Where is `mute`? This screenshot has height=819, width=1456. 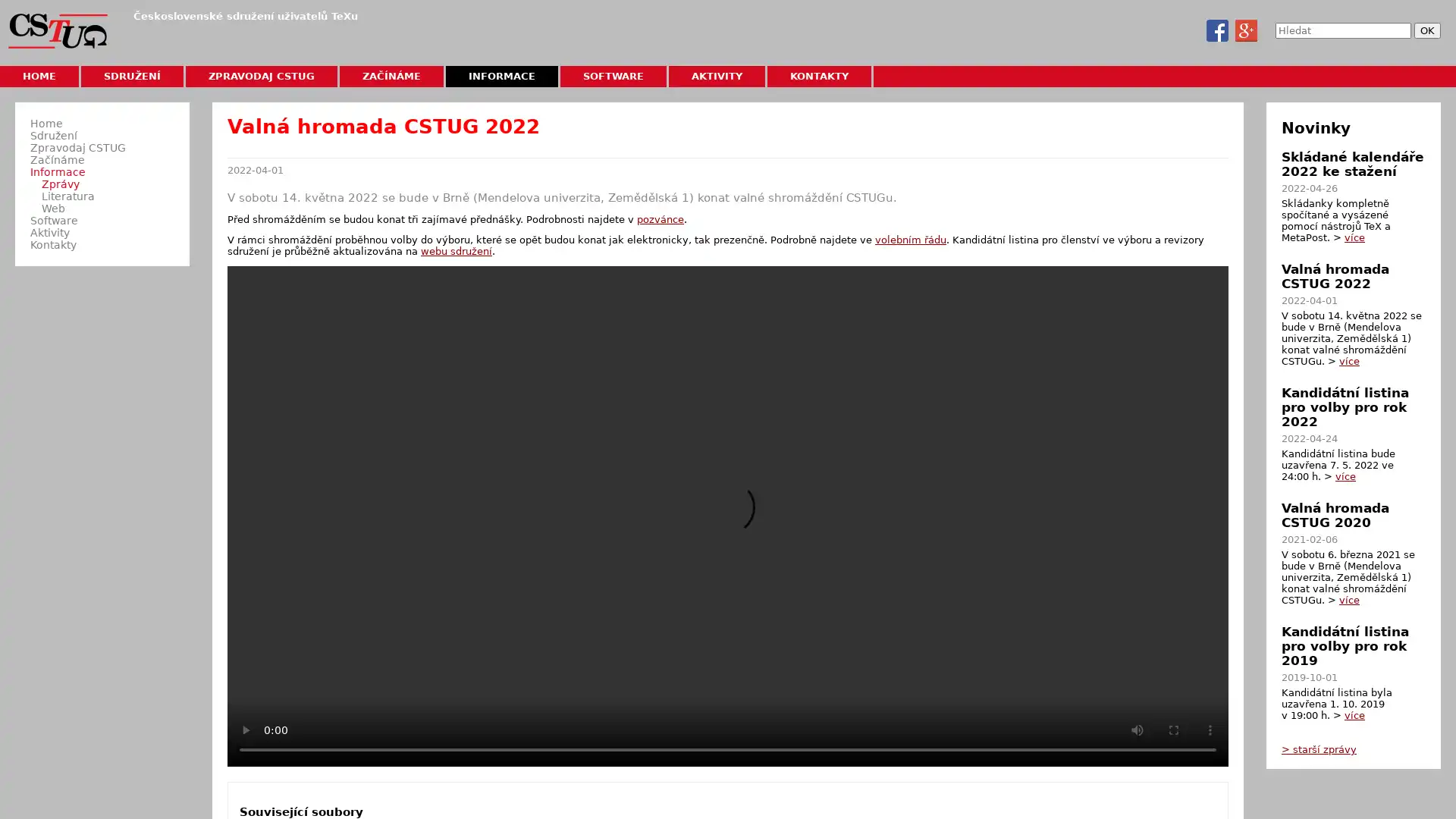
mute is located at coordinates (1137, 728).